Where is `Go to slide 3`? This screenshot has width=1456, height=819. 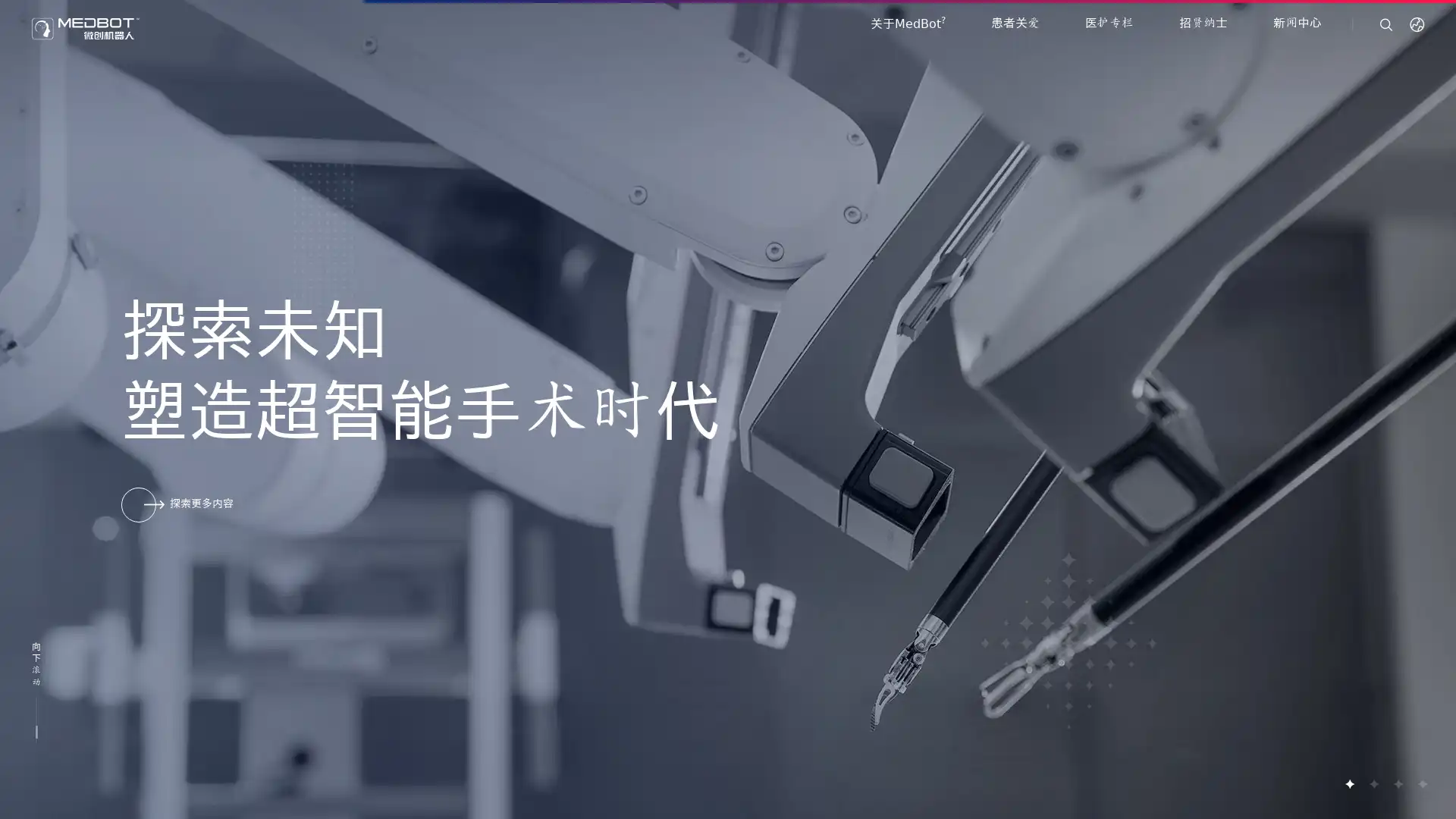 Go to slide 3 is located at coordinates (1397, 783).